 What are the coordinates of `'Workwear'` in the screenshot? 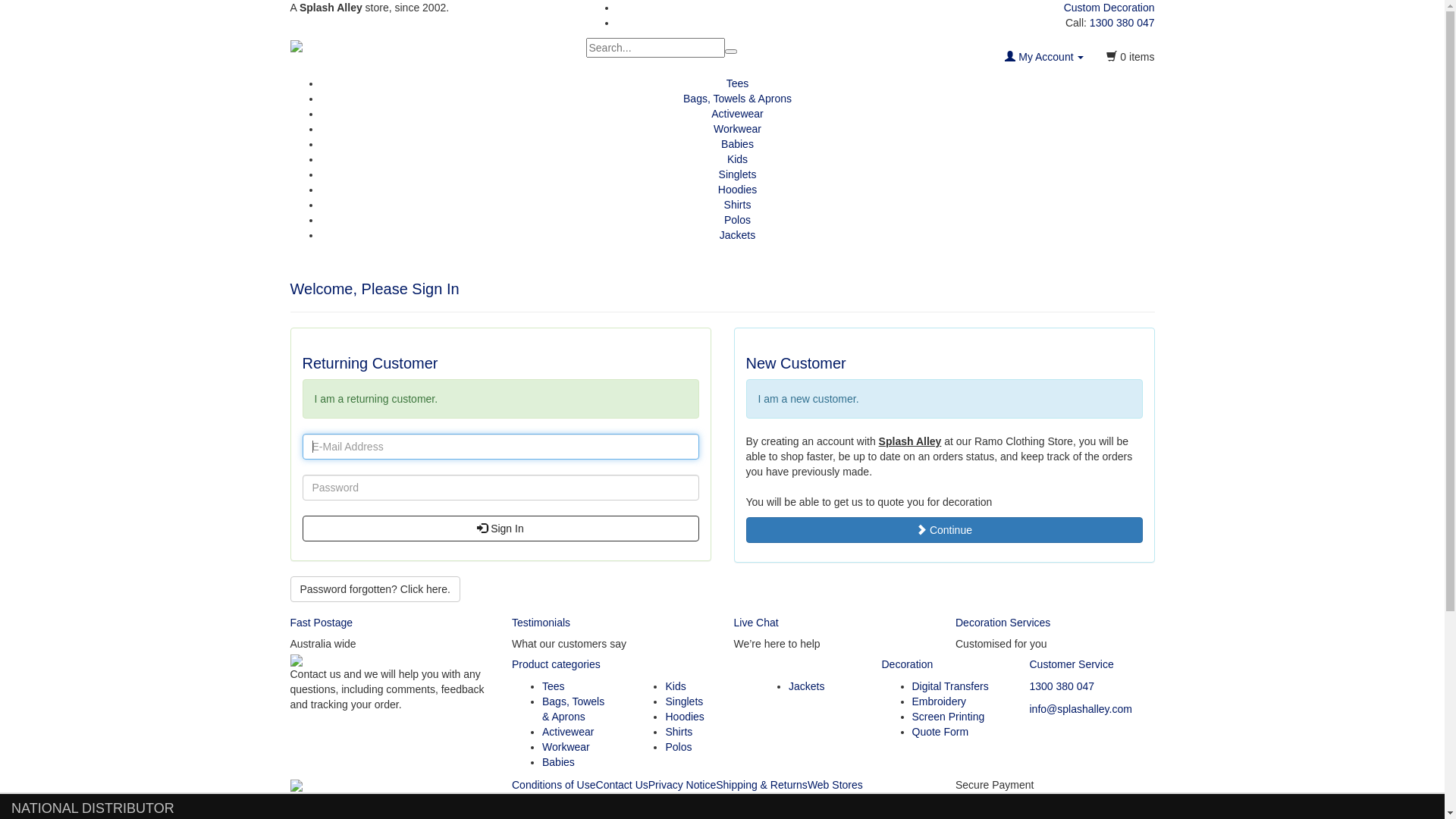 It's located at (565, 745).